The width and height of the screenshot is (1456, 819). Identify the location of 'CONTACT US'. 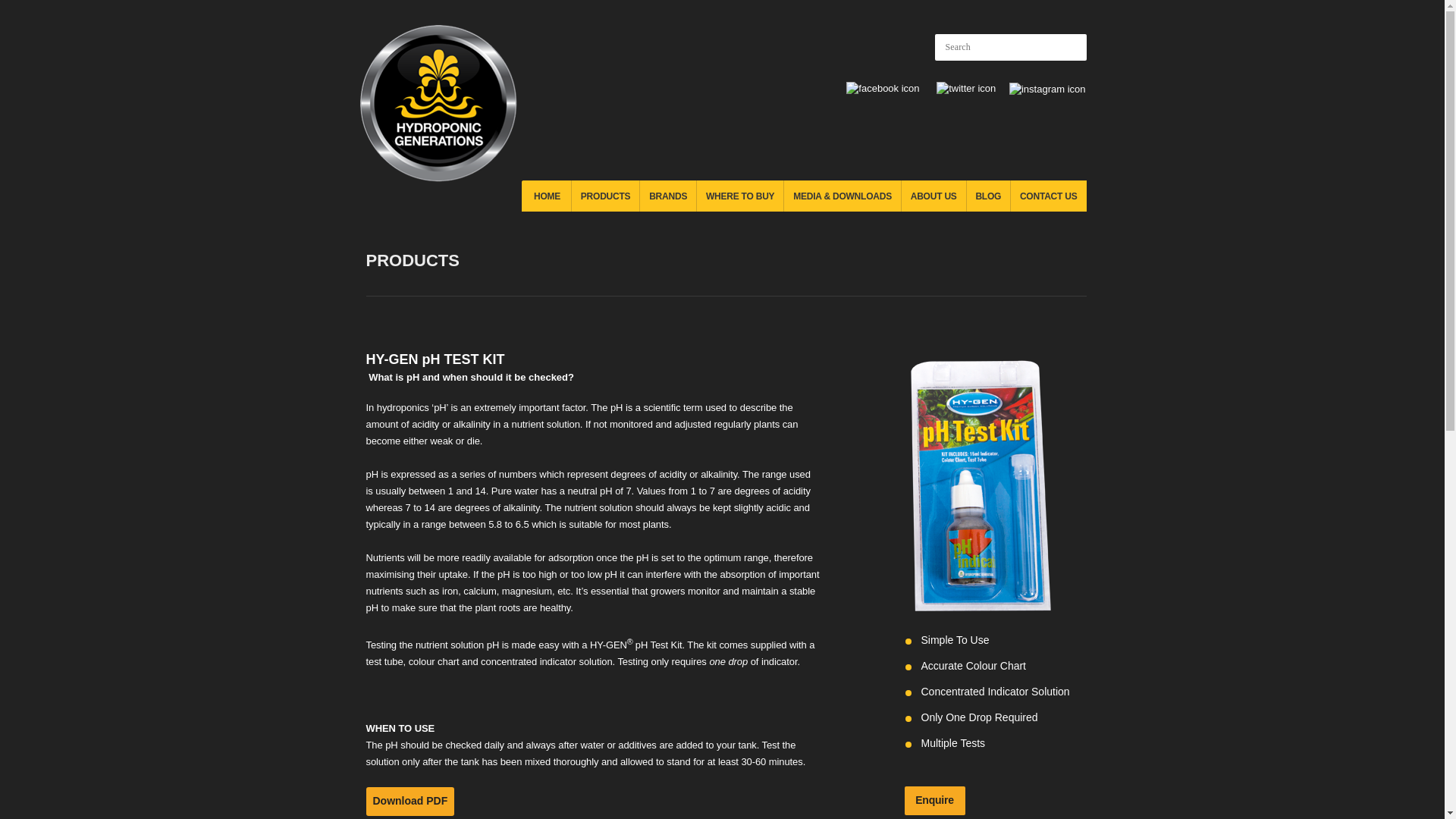
(1047, 195).